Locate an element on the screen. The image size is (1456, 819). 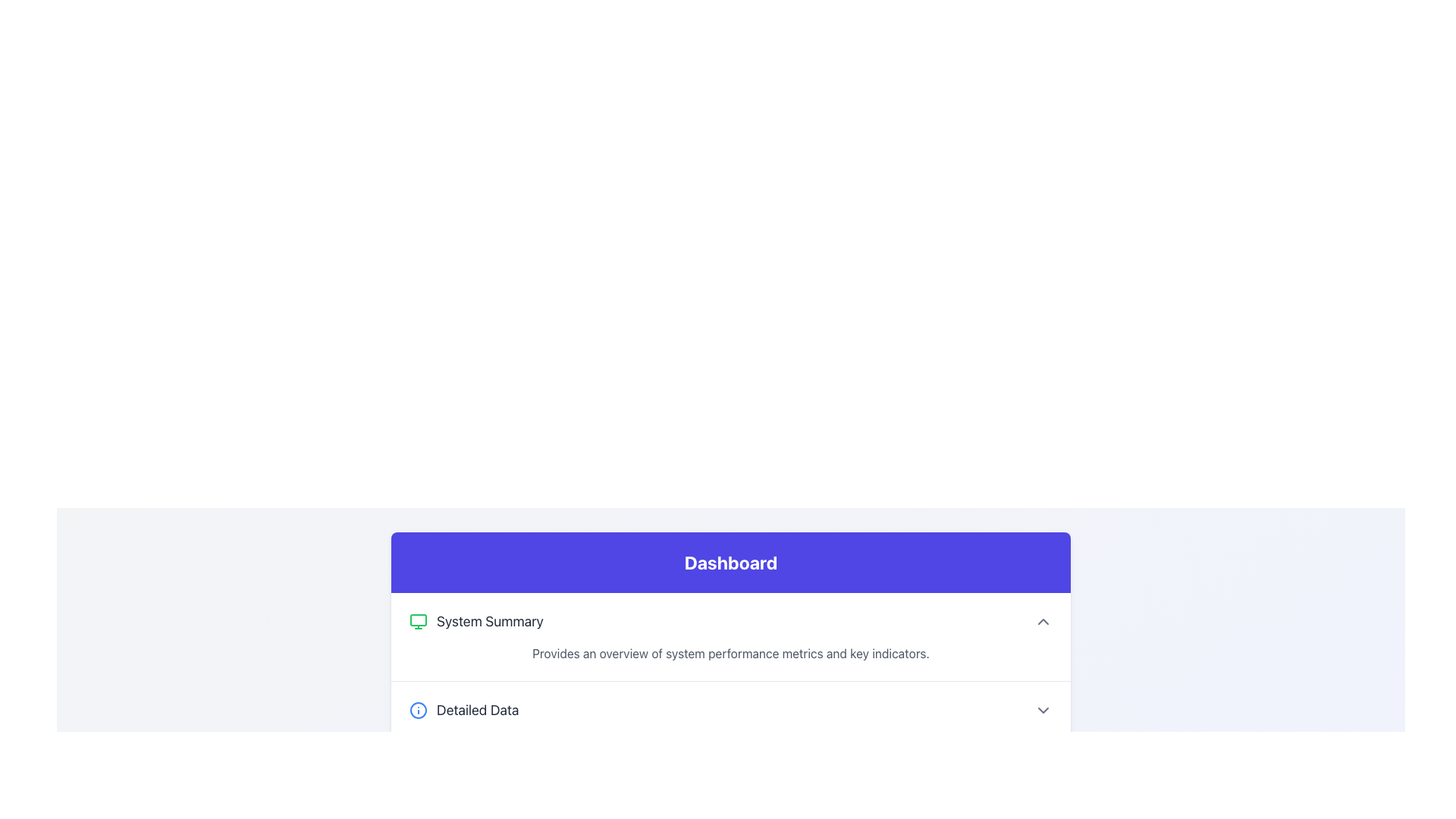
the small upward-pointing chevron icon with rounded edges located on the far right side of the 'System Summary' section is located at coordinates (1043, 622).